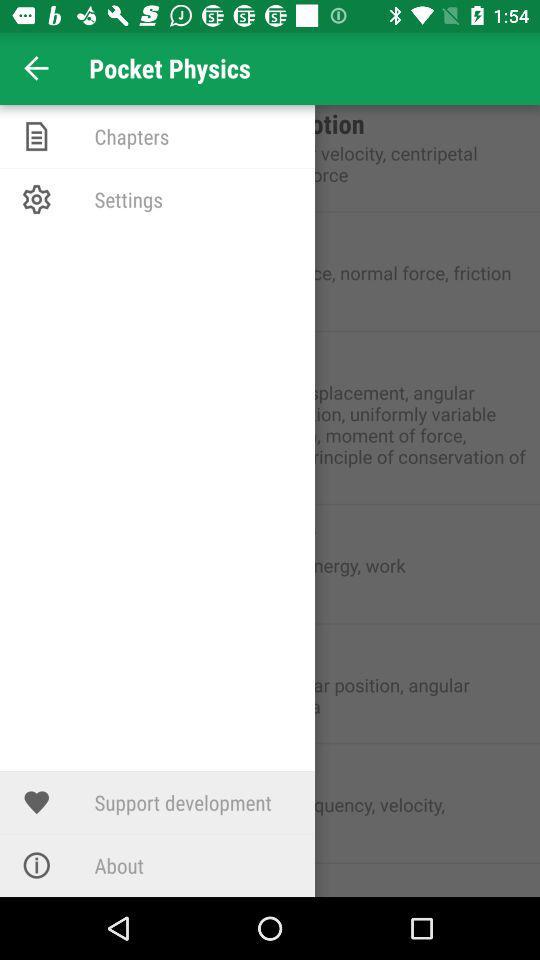 The width and height of the screenshot is (540, 960). Describe the element at coordinates (36, 68) in the screenshot. I see `the arrow_backward icon` at that location.